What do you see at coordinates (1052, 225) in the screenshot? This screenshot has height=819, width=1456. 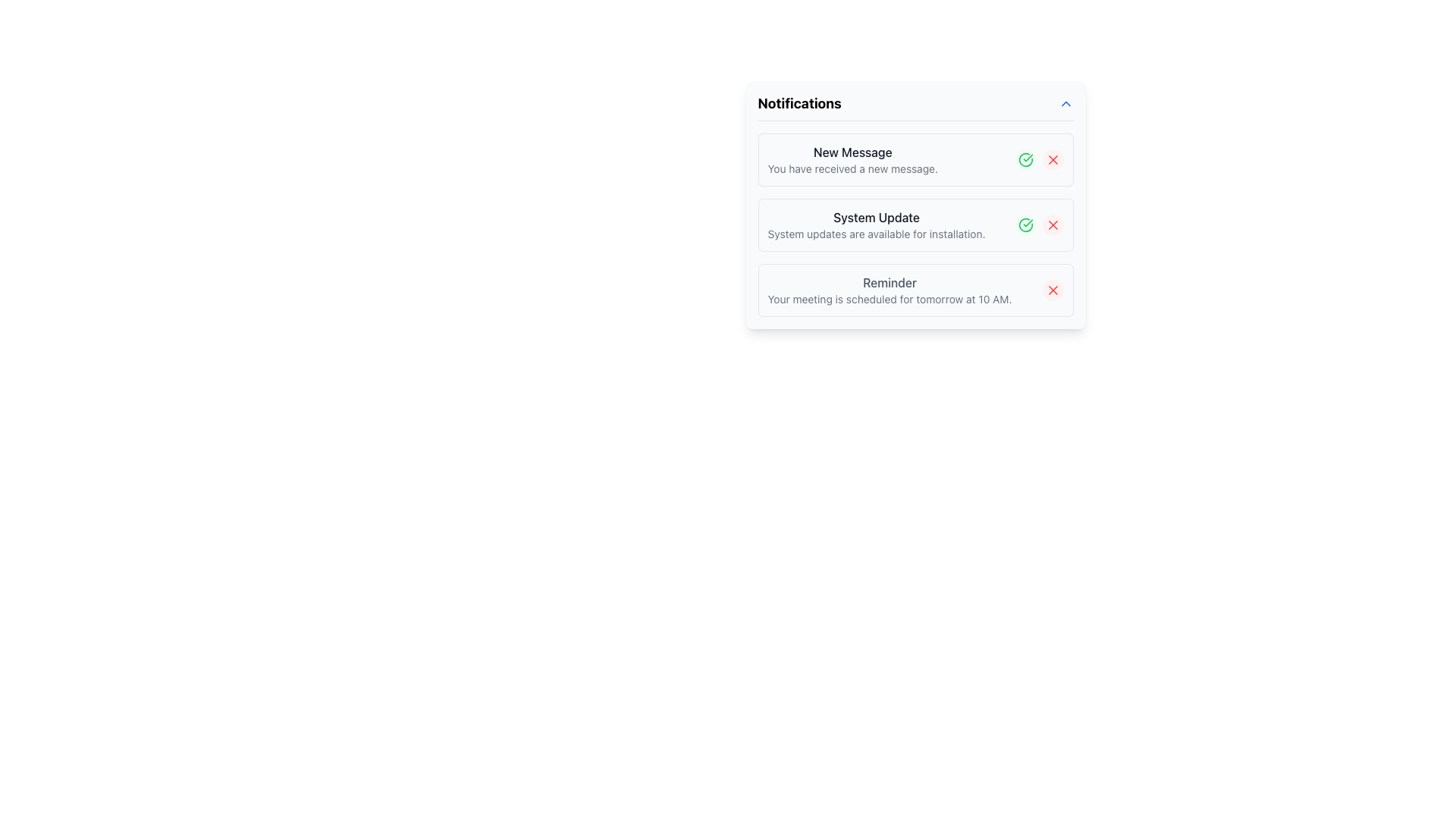 I see `the delete button located at the rightmost corner of the 'System Update' section` at bounding box center [1052, 225].